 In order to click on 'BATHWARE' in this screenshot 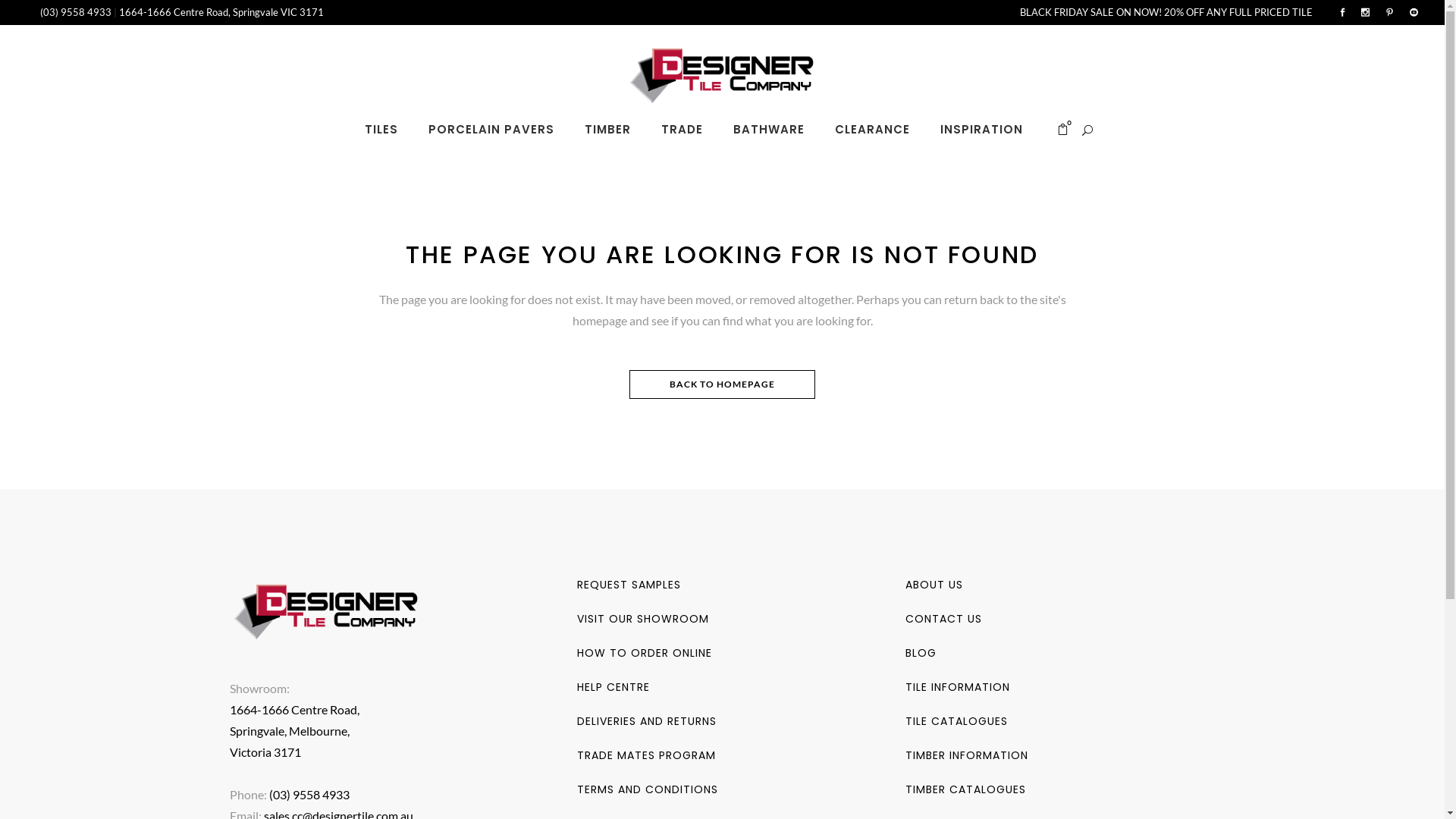, I will do `click(717, 128)`.